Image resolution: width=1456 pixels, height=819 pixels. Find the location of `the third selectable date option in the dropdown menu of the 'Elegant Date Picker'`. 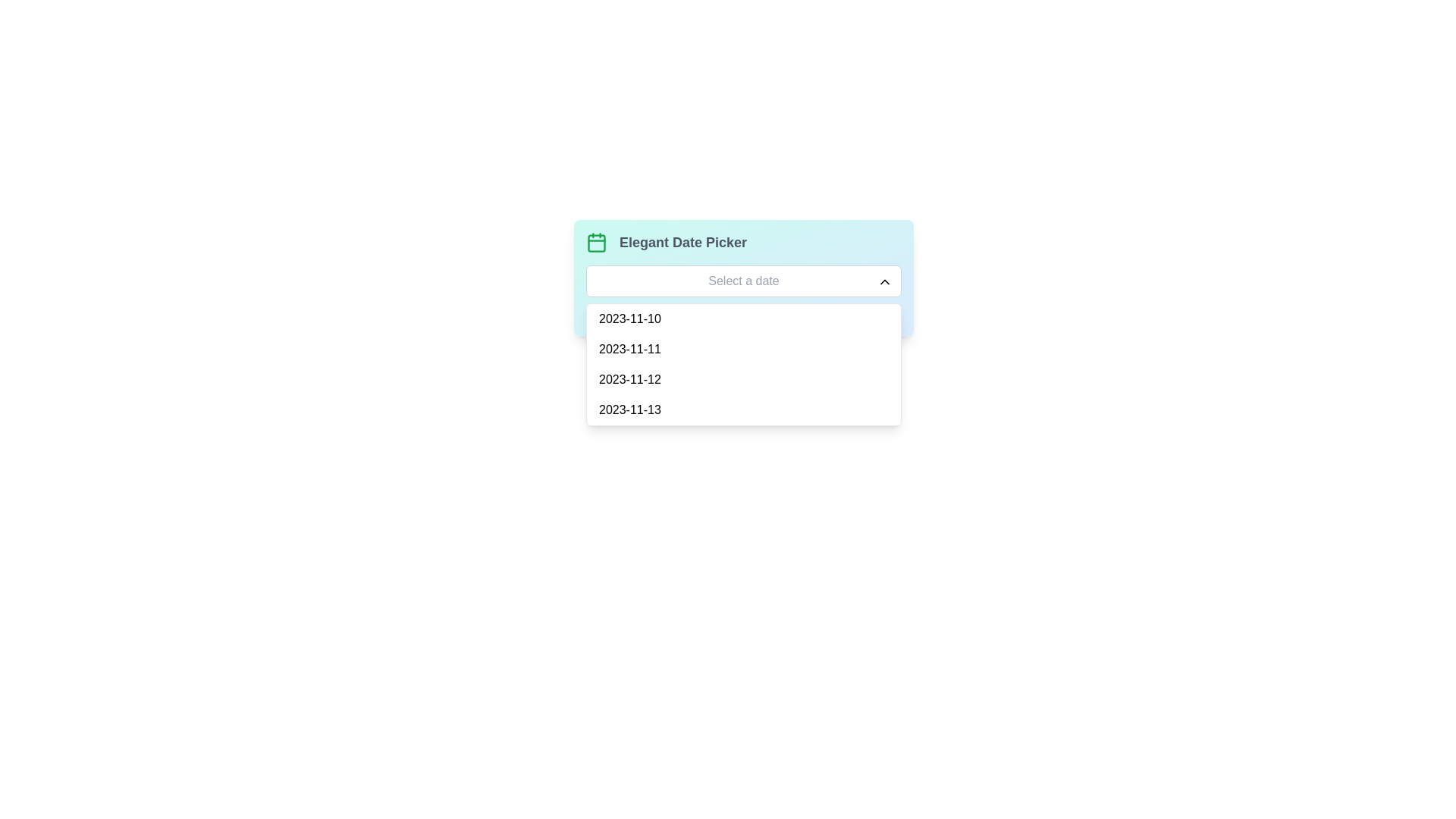

the third selectable date option in the dropdown menu of the 'Elegant Date Picker' is located at coordinates (743, 379).